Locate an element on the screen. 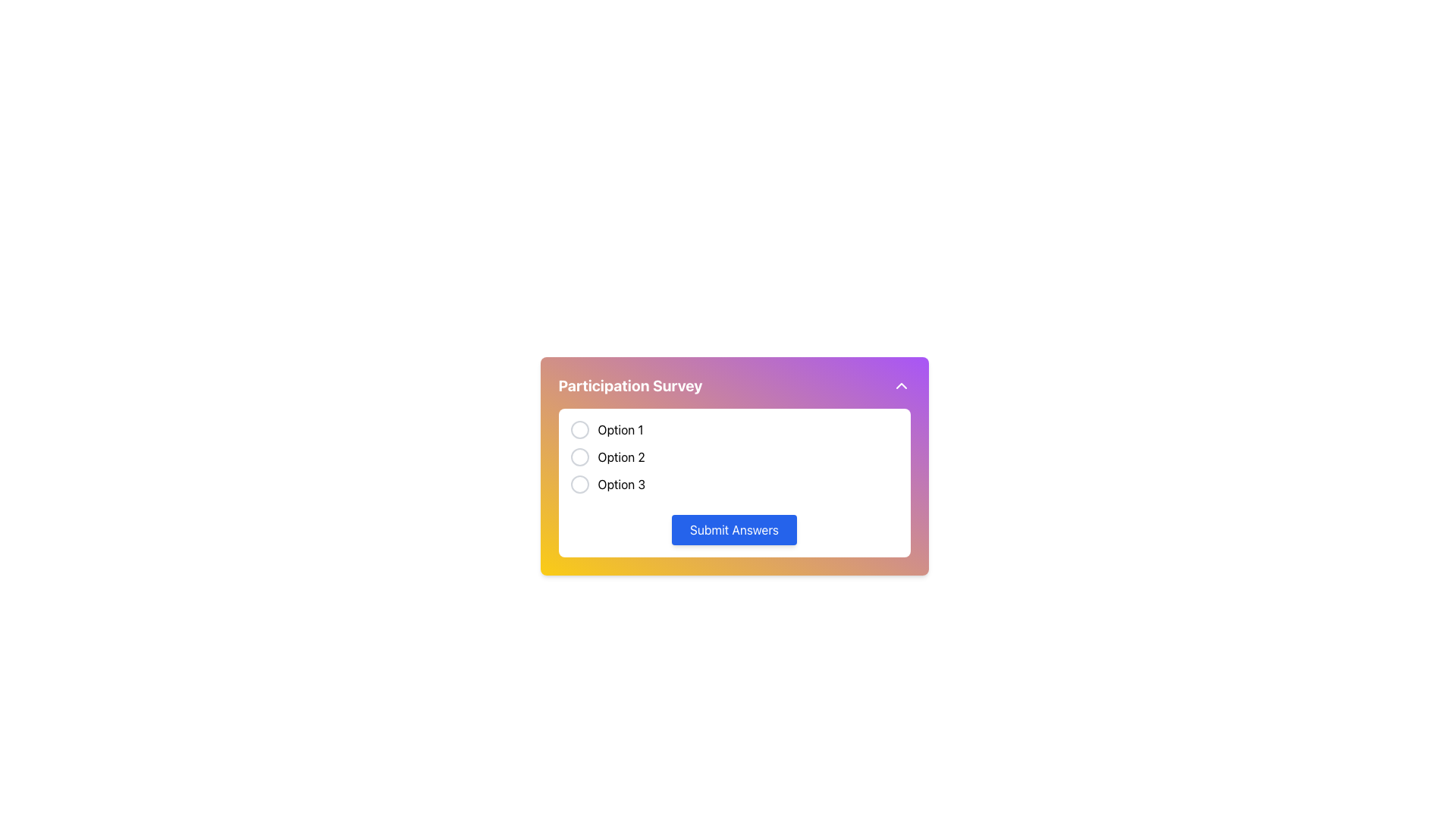  the movable Icon (Chevron Up) located in the top-right corner of the purple header bar containing 'Participation Survey' is located at coordinates (901, 385).